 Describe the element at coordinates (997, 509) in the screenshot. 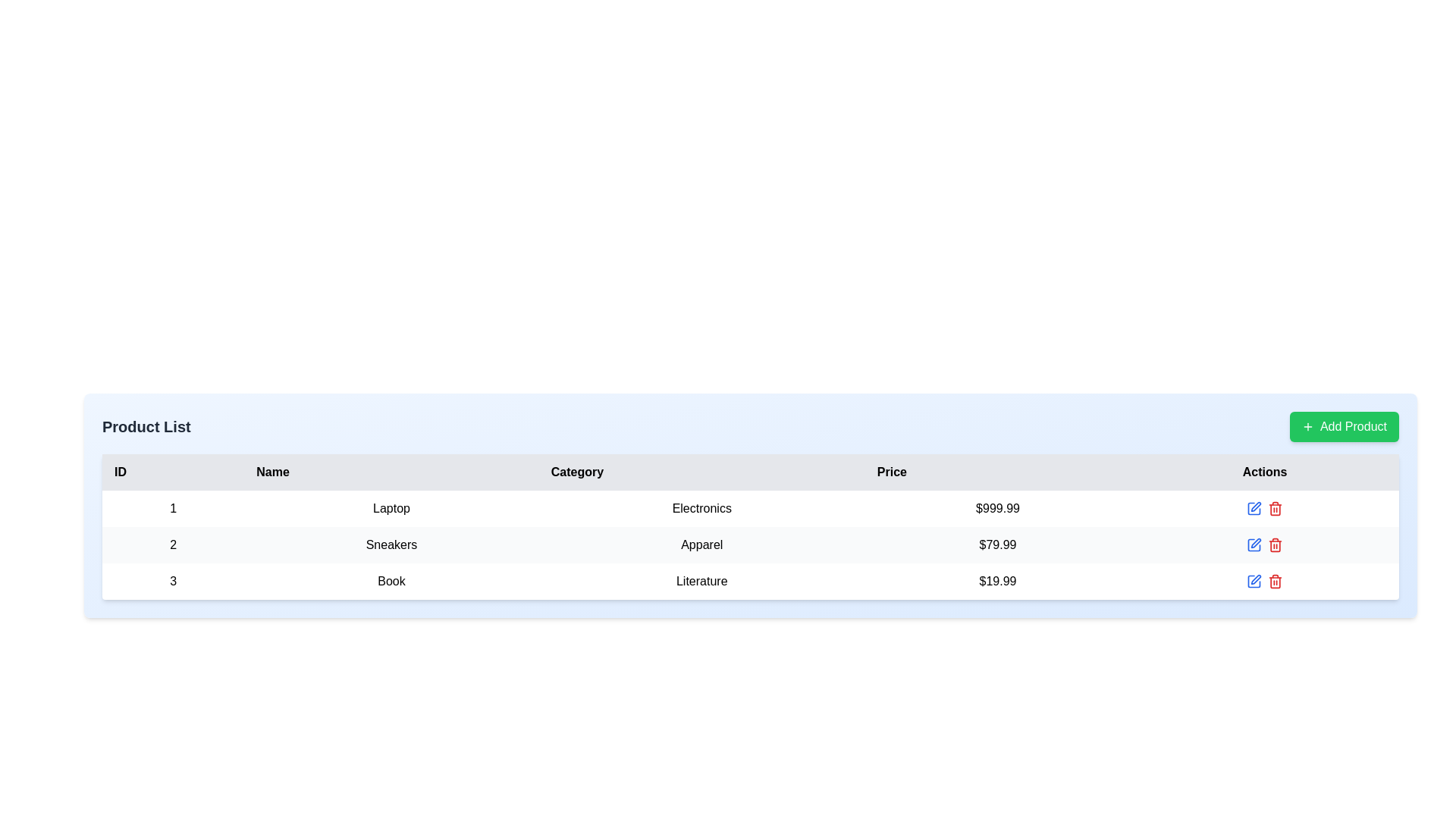

I see `the price text element displaying '$999.99' in the 'Price' column of the table row for the product 'Laptop' under the 'Electronics' category` at that location.